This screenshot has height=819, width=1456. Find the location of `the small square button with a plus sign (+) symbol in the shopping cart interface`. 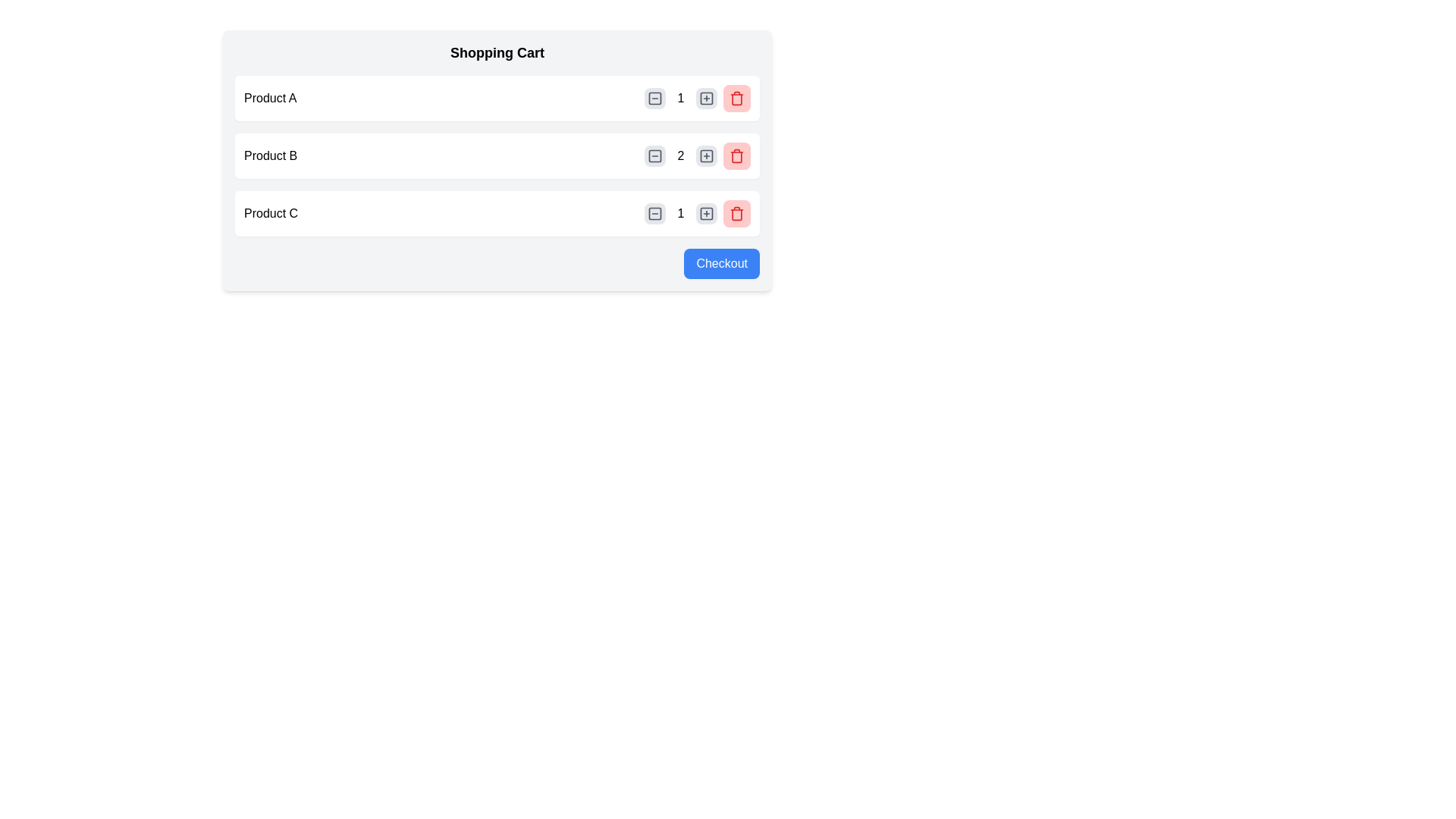

the small square button with a plus sign (+) symbol in the shopping cart interface is located at coordinates (705, 213).